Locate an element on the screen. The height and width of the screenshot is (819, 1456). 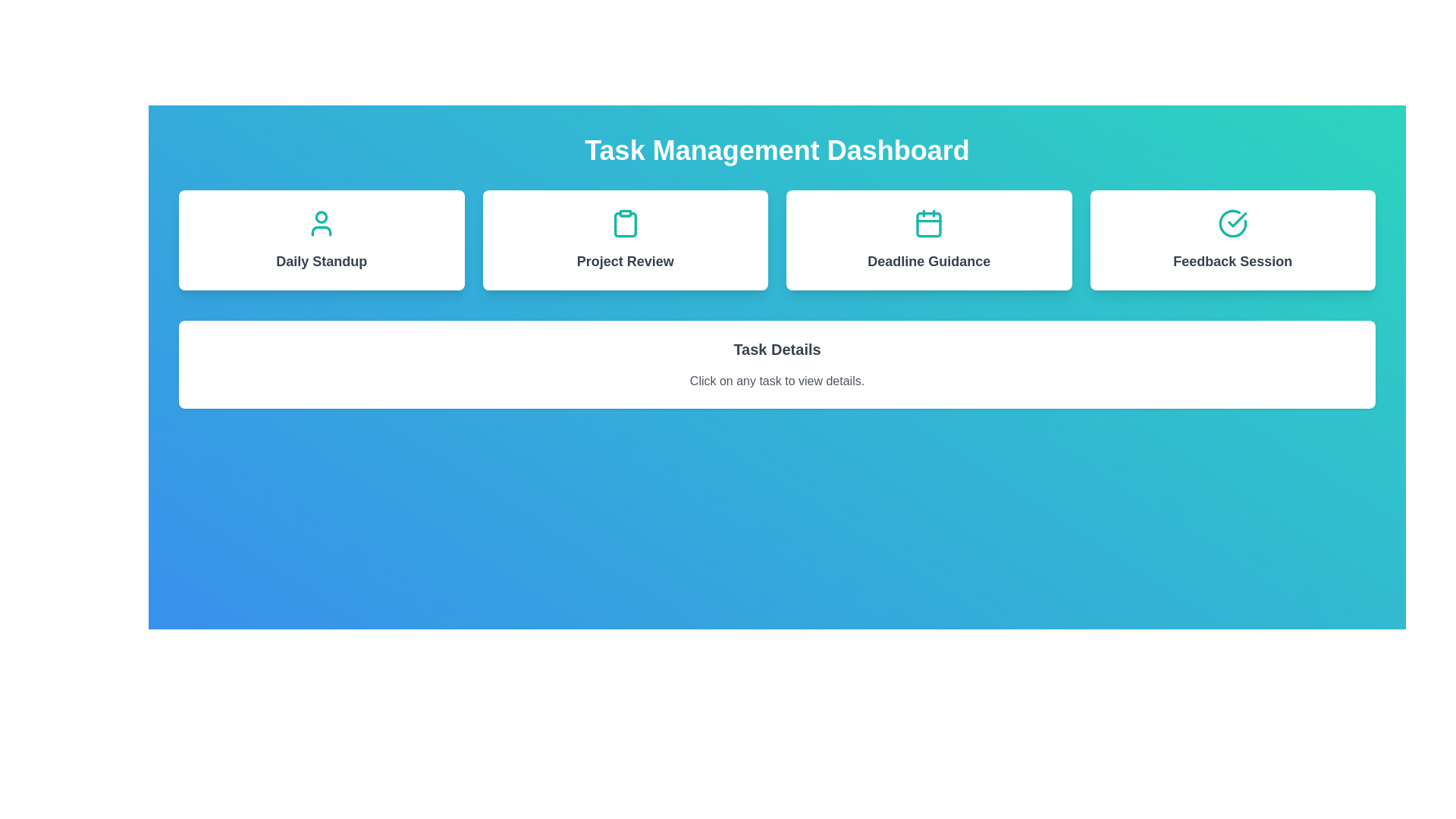
the decorative icon representing user-related content in the 'Daily Standup' card, centrally positioned in the upper half of the card is located at coordinates (321, 223).